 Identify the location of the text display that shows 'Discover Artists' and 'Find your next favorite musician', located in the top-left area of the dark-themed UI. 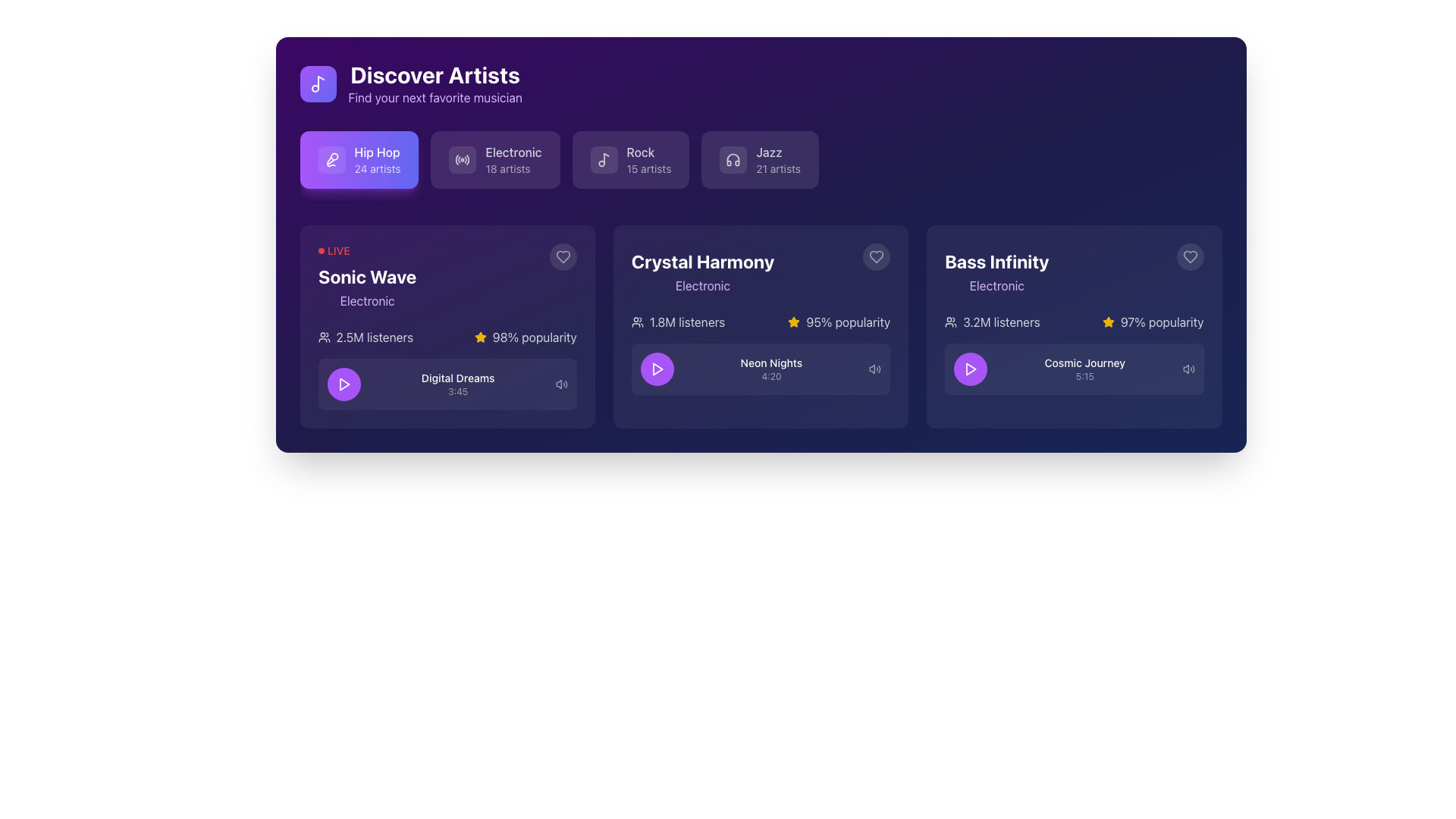
(435, 84).